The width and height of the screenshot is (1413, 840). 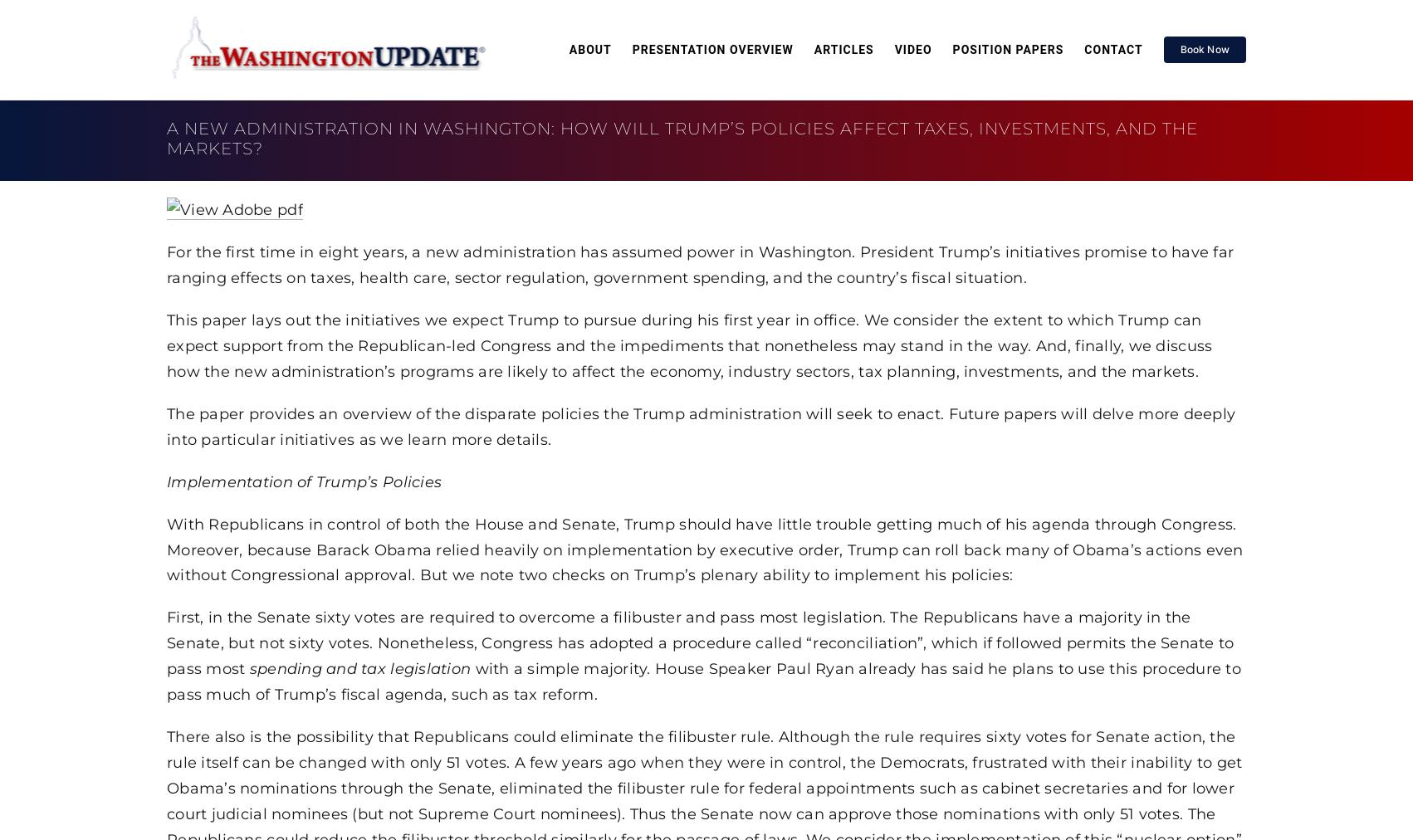 What do you see at coordinates (681, 137) in the screenshot?
I see `'A New Administration in Washington: How Will Trump’s Policies Affect Taxes, Investments, and the Markets?'` at bounding box center [681, 137].